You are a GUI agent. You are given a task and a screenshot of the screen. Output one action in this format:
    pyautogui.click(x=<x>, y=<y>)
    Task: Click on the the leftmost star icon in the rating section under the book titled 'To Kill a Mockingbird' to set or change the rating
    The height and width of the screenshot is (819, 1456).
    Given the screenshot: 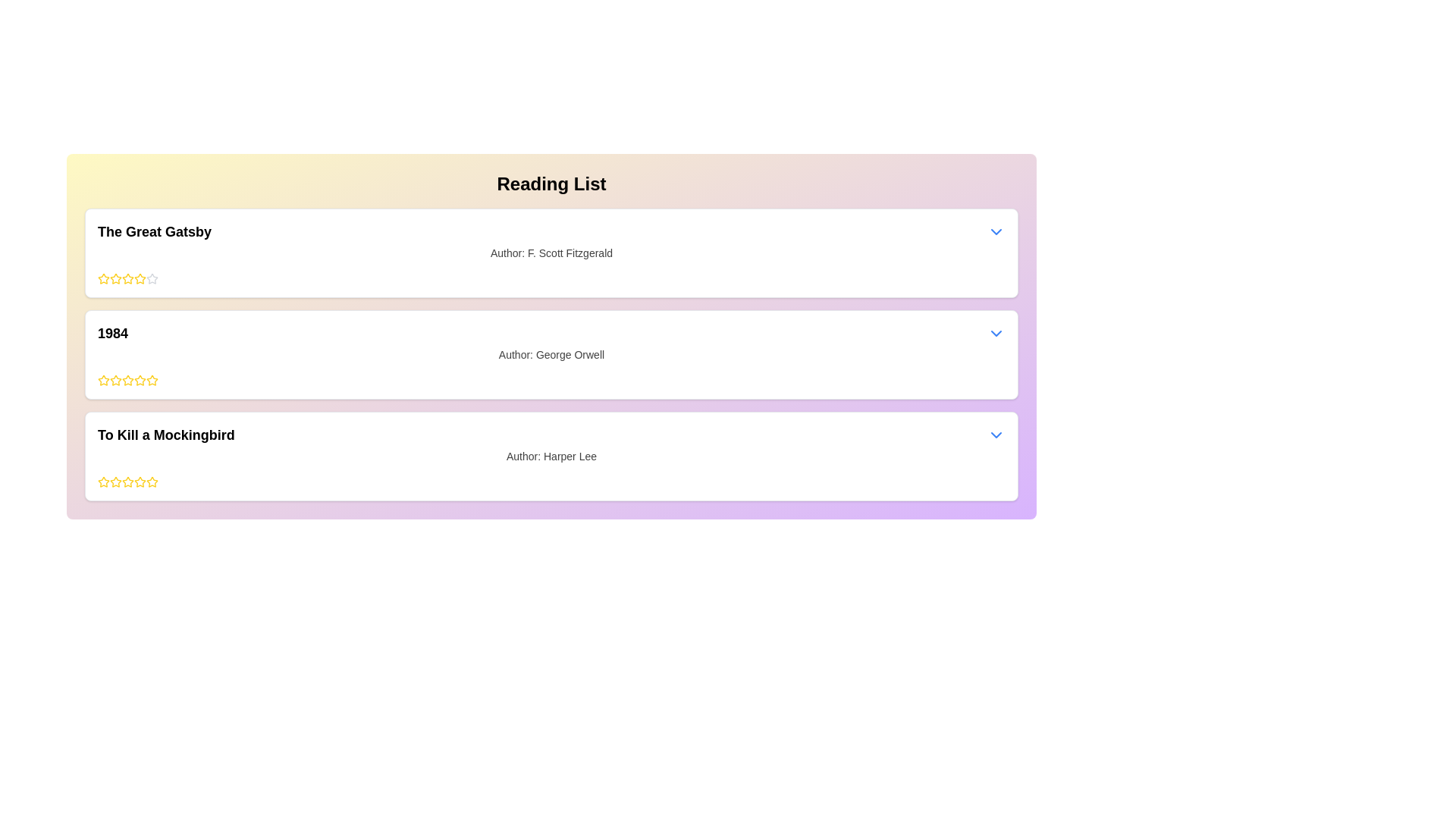 What is the action you would take?
    pyautogui.click(x=115, y=482)
    